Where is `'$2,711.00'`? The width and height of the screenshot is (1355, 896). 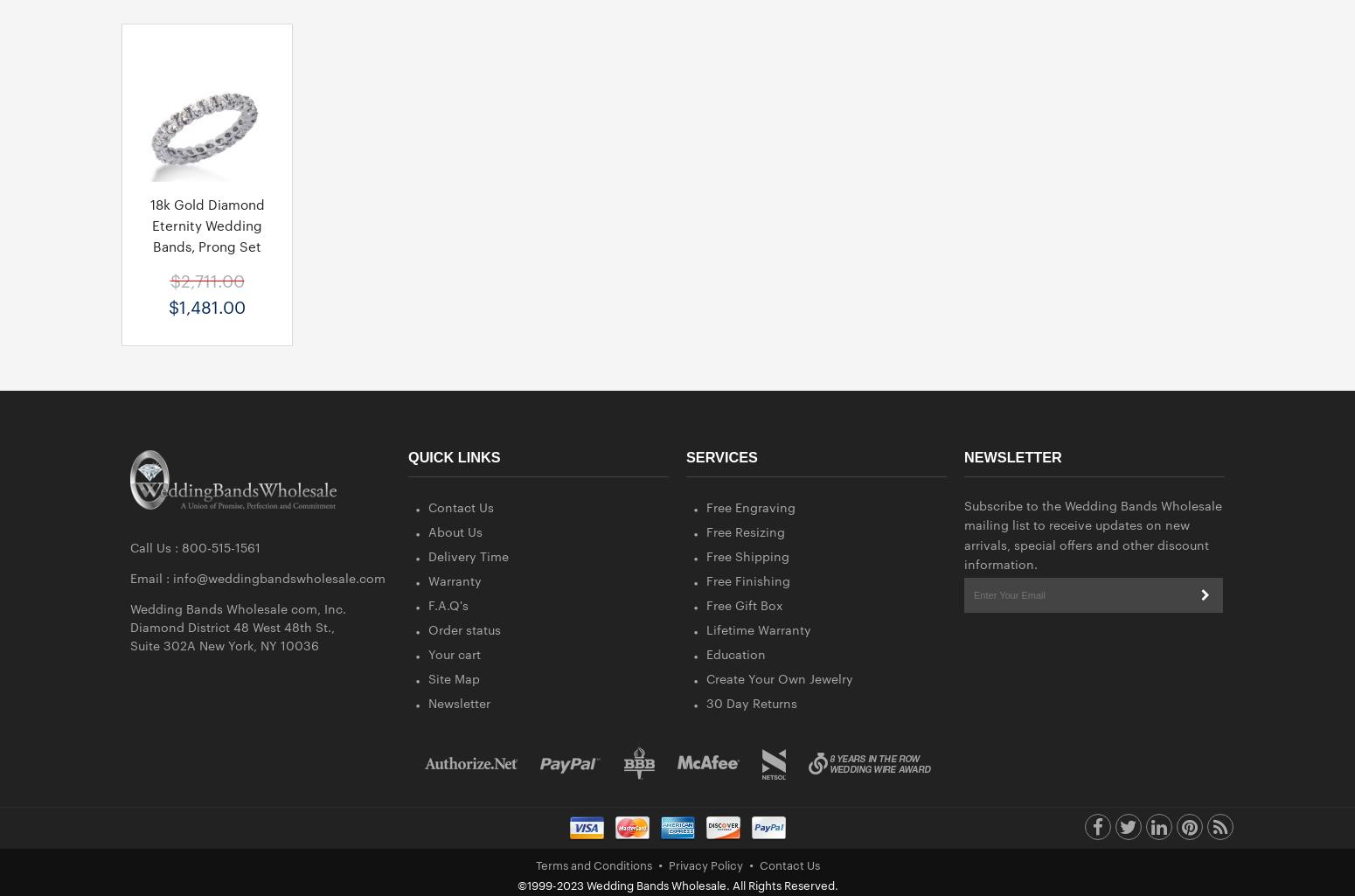
'$2,711.00' is located at coordinates (206, 278).